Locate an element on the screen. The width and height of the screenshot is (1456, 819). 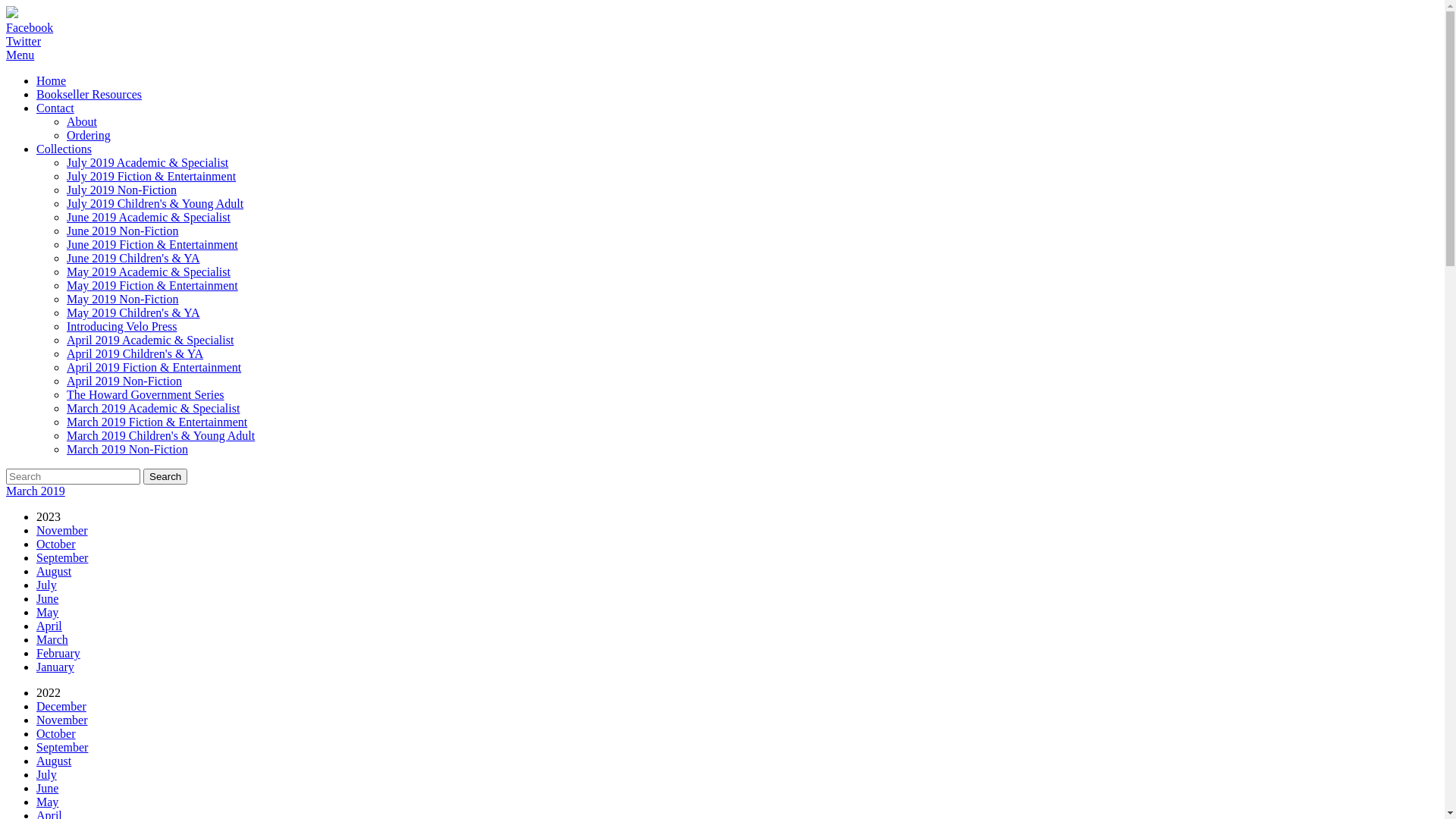
'November' is located at coordinates (61, 529).